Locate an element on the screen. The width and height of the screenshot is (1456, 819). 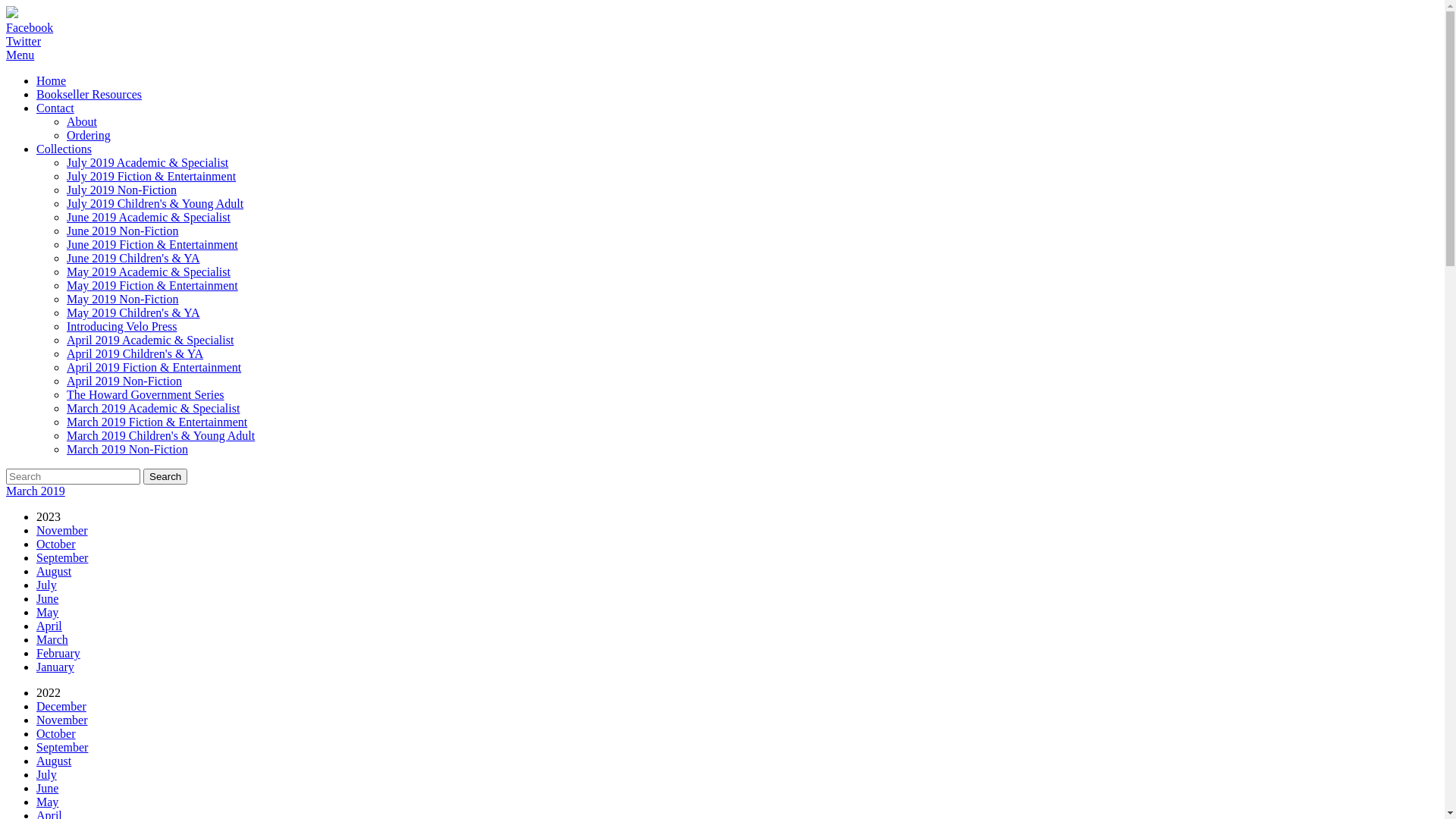
'November' is located at coordinates (61, 529).